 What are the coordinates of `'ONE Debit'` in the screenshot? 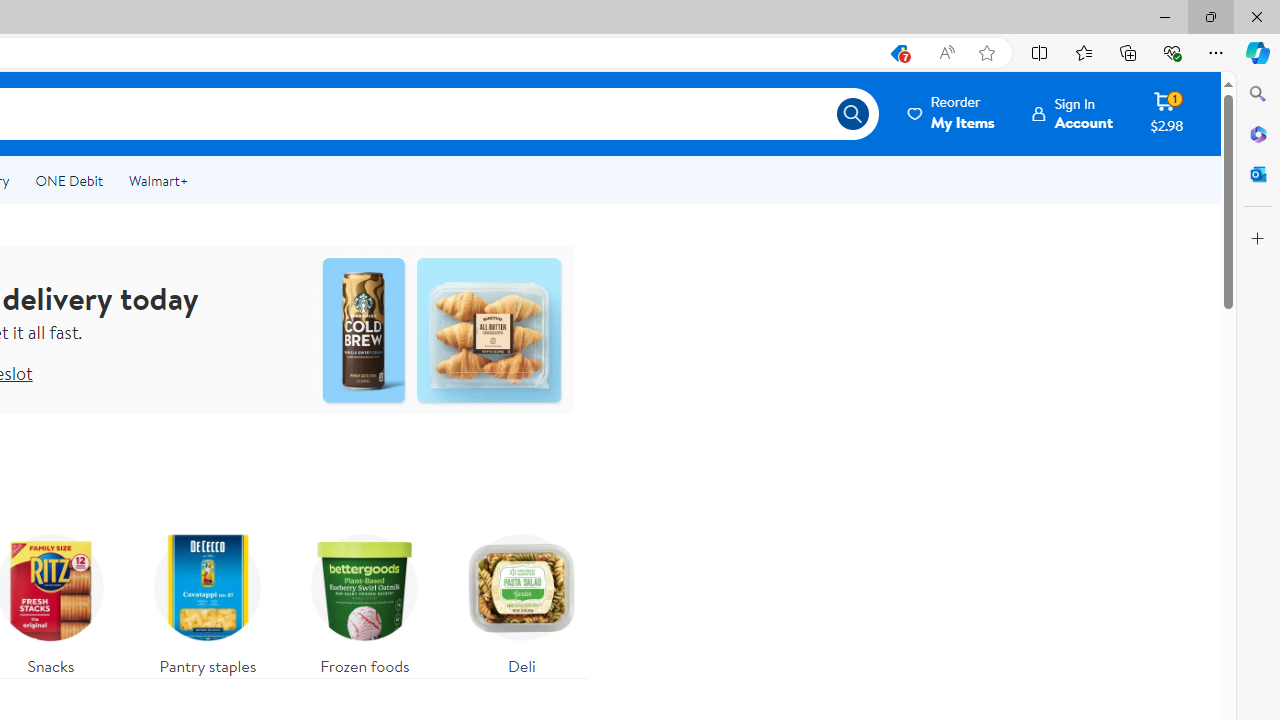 It's located at (69, 181).